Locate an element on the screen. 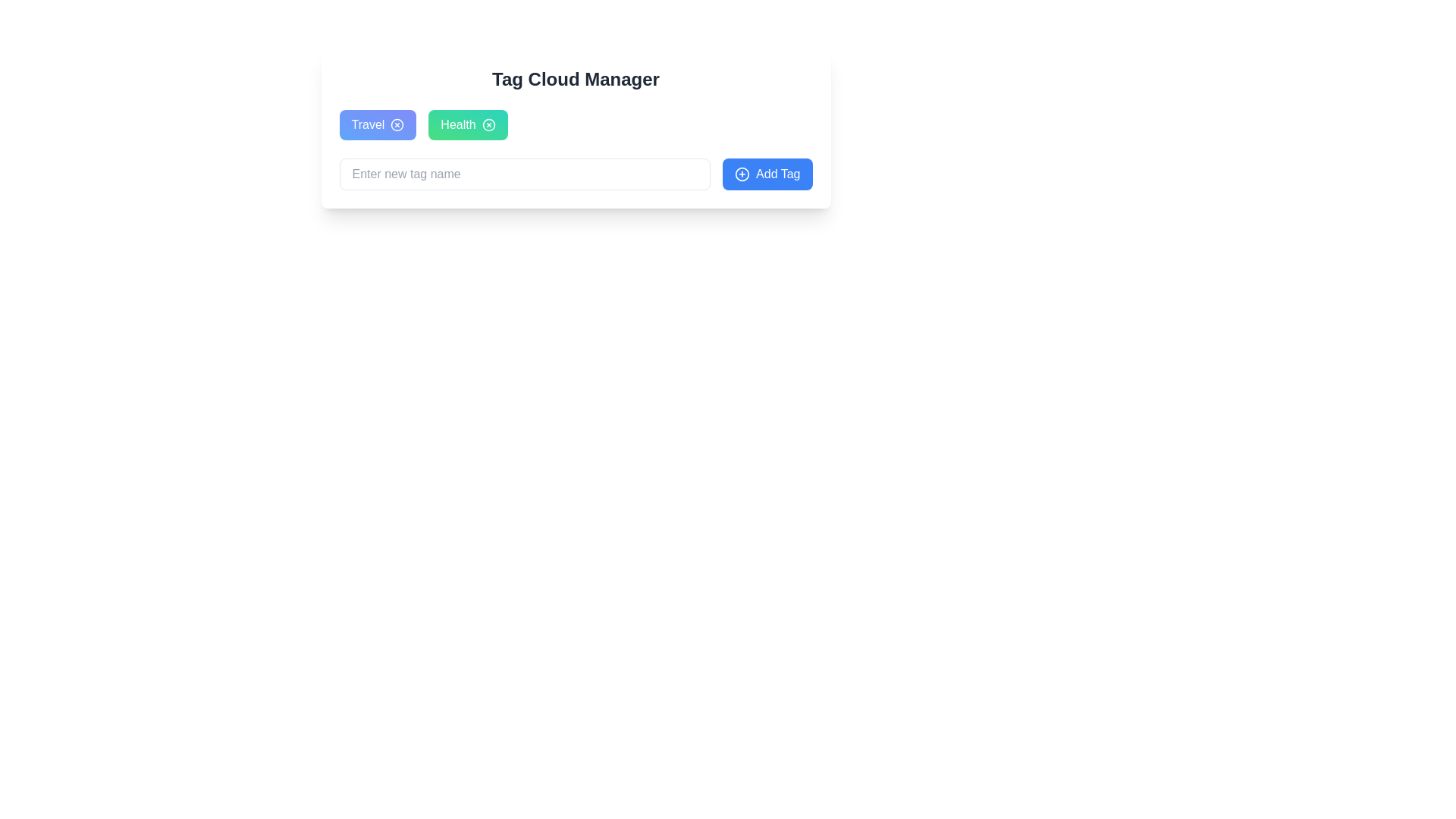 The height and width of the screenshot is (819, 1456). the circular delete icon located near the right edge inside the blue 'Travel' tag is located at coordinates (397, 124).